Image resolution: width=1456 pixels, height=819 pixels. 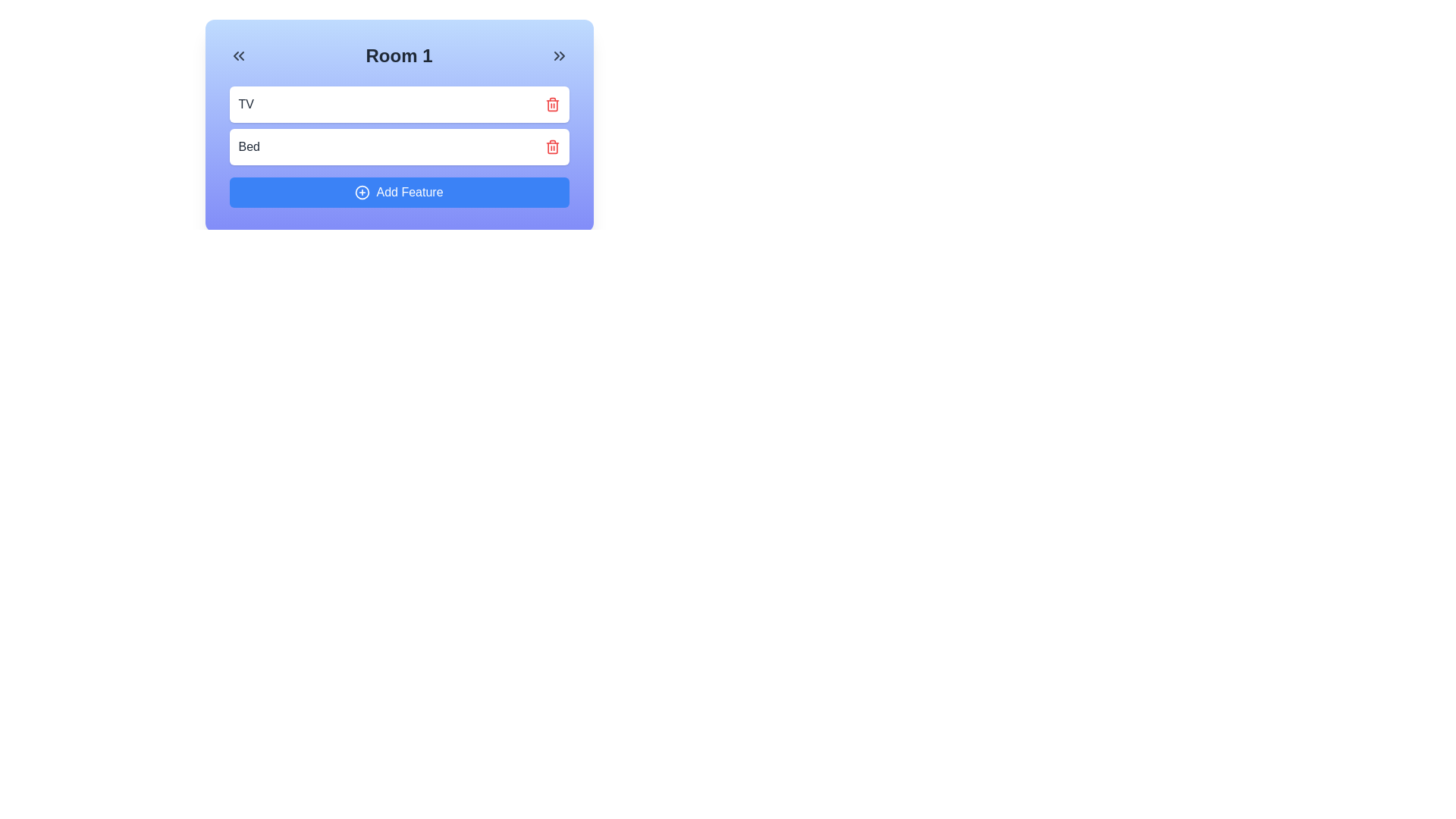 I want to click on the button located at the top right corner of the header section labeled 'Room 1' to change its color, so click(x=559, y=55).